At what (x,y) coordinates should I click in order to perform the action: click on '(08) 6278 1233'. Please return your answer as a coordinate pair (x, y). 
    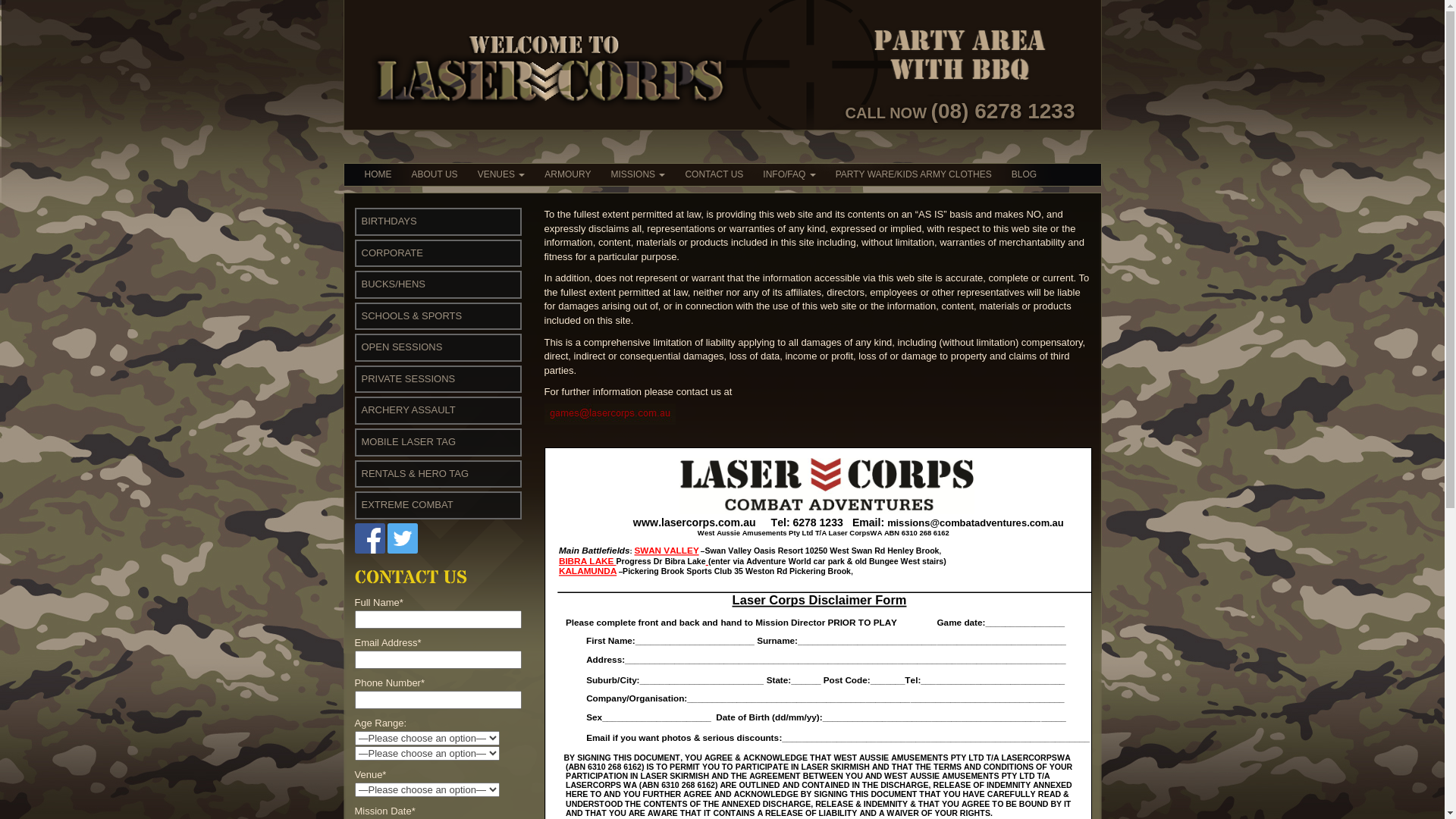
    Looking at the image, I should click on (1003, 110).